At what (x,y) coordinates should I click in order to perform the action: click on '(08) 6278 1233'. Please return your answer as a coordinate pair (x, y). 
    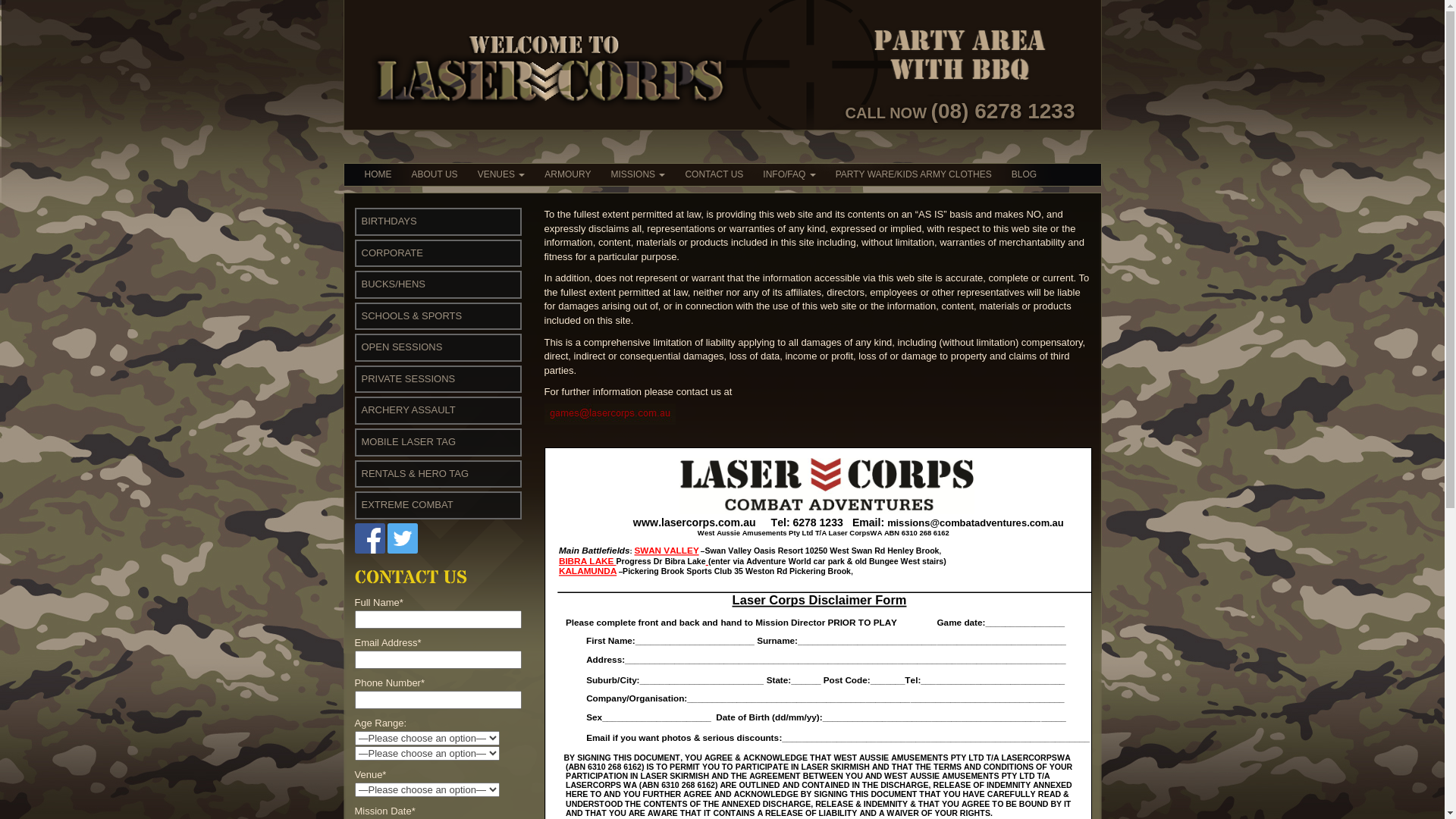
    Looking at the image, I should click on (1003, 110).